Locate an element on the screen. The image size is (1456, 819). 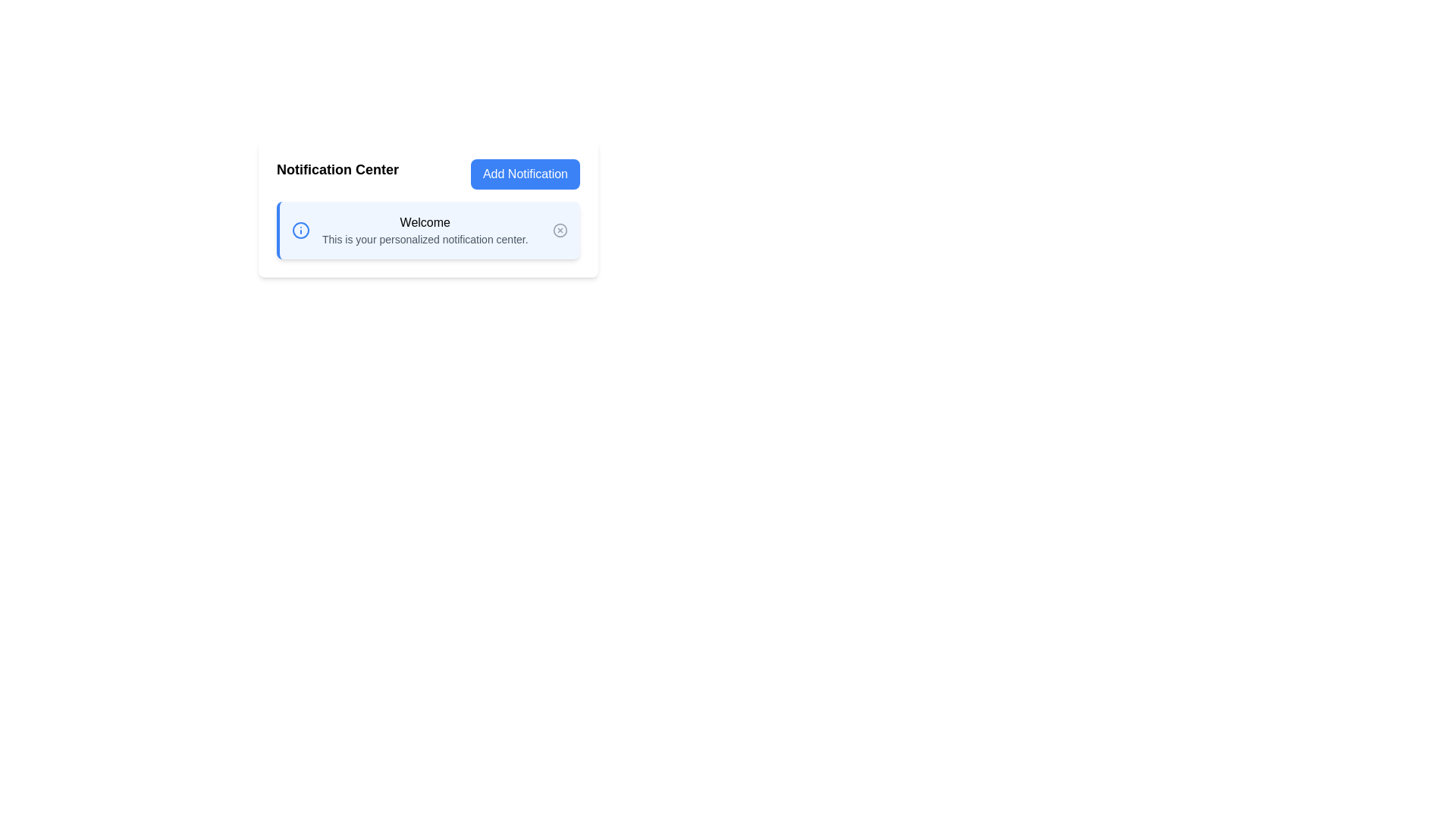
the Close Button located at the top right corner of the notification area containing the text 'Welcome' is located at coordinates (560, 231).